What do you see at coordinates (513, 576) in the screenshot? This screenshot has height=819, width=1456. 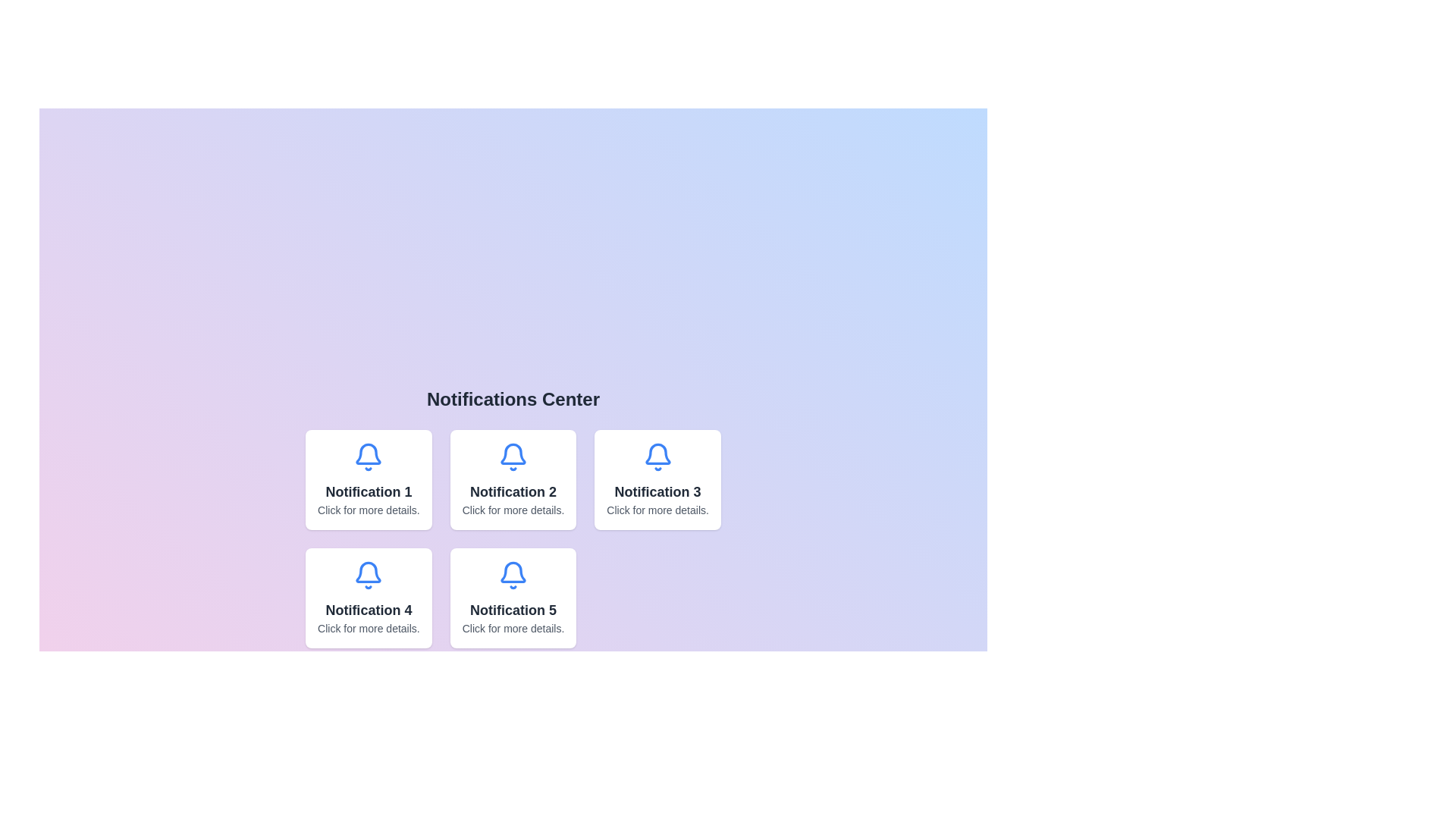 I see `notification bell icon located in the center of the 'Notification 5' card, which has a blue outline on a white background, by clicking on it` at bounding box center [513, 576].